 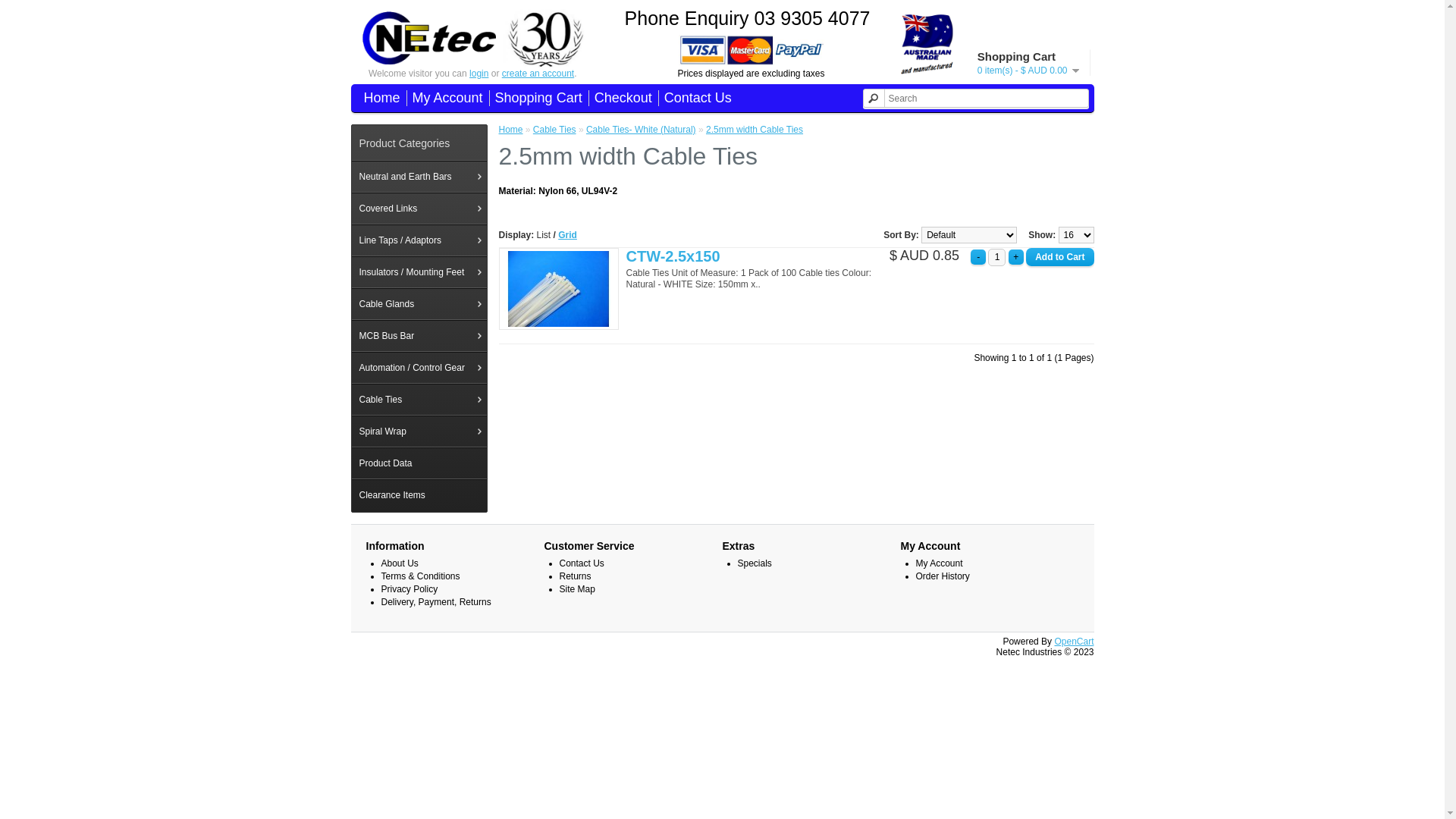 What do you see at coordinates (538, 73) in the screenshot?
I see `'create an account'` at bounding box center [538, 73].